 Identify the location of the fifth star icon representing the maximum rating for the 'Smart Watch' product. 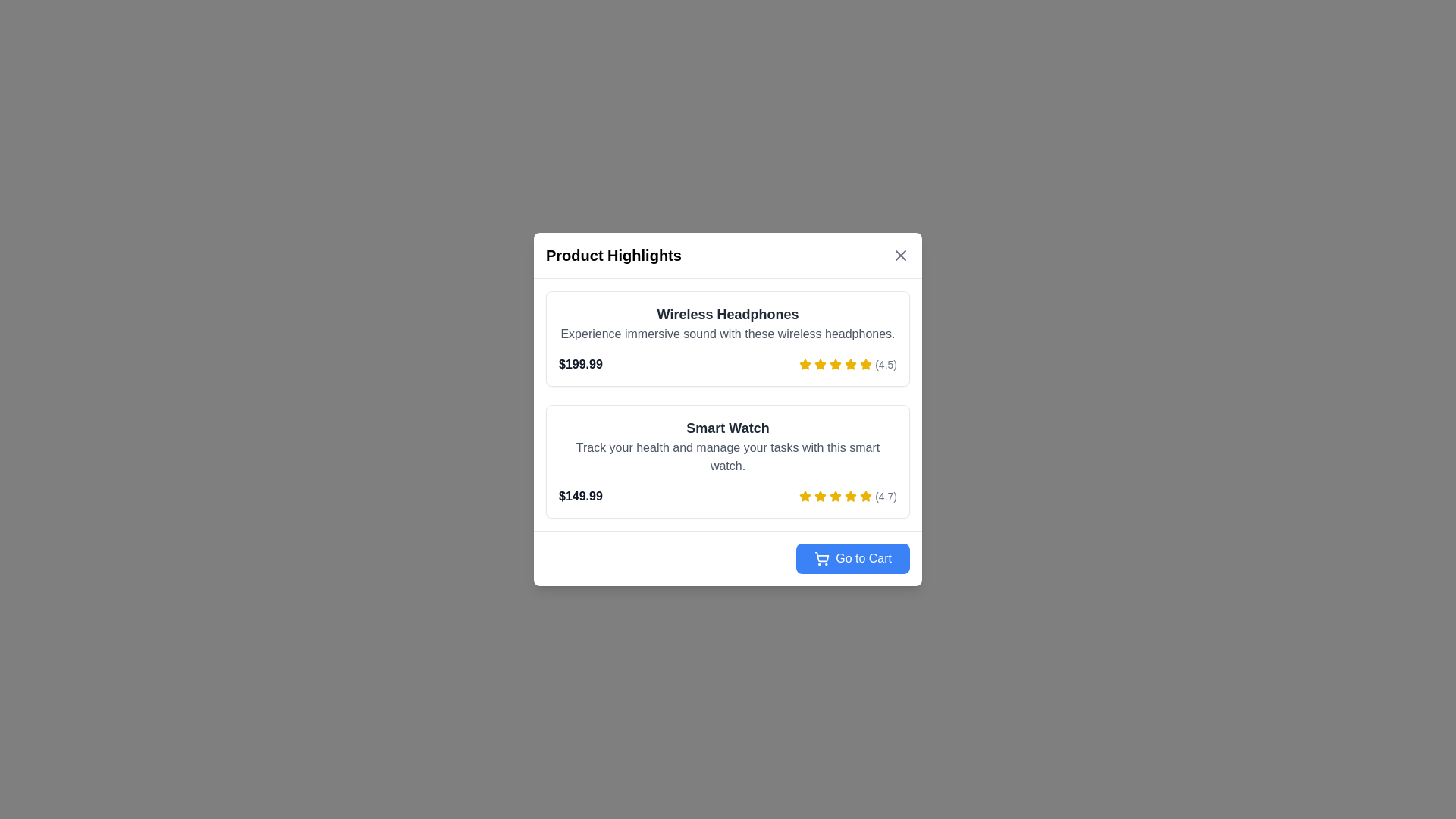
(805, 496).